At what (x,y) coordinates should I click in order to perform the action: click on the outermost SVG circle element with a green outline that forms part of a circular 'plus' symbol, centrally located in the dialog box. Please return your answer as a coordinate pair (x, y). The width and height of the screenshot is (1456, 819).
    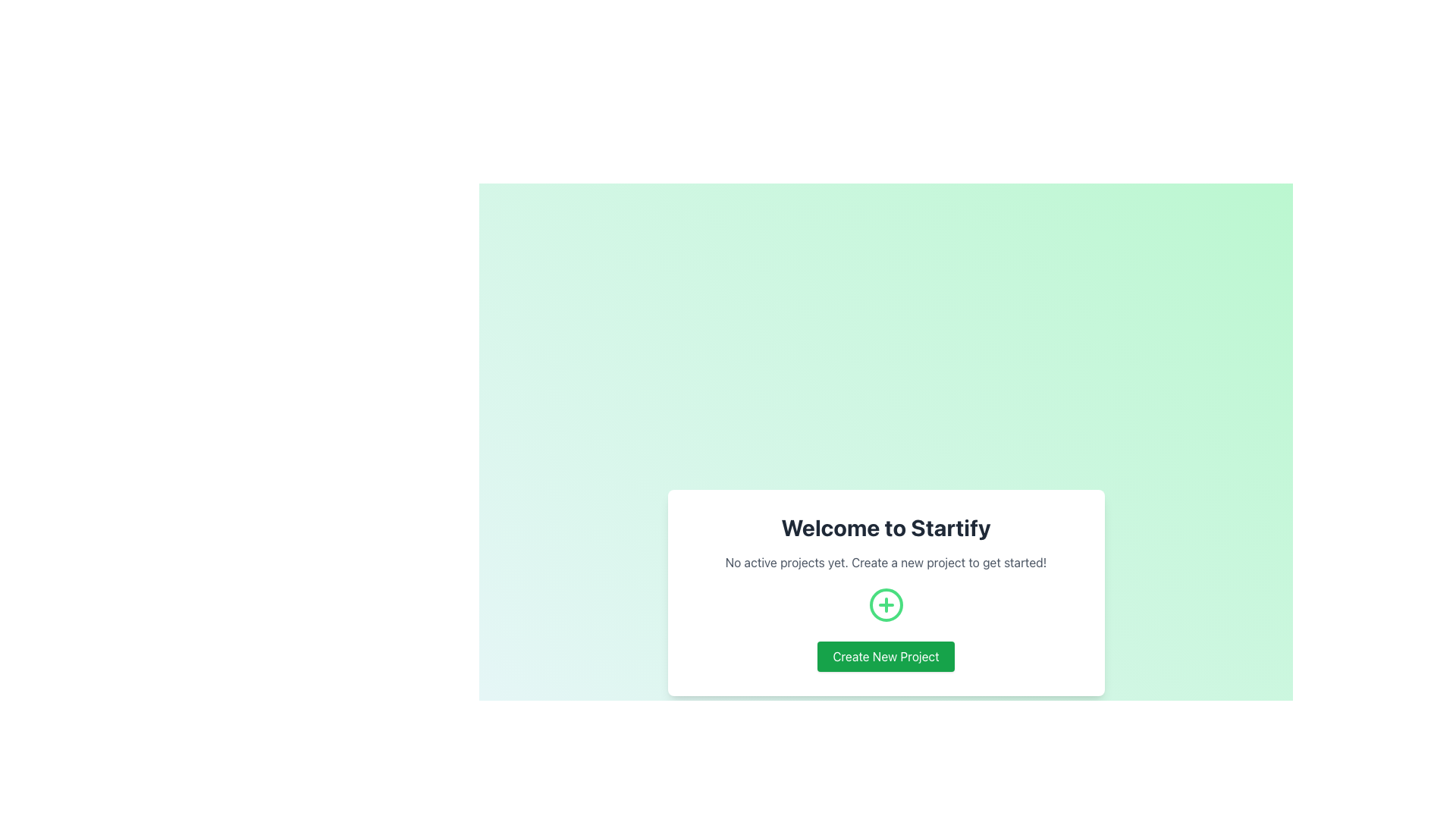
    Looking at the image, I should click on (886, 604).